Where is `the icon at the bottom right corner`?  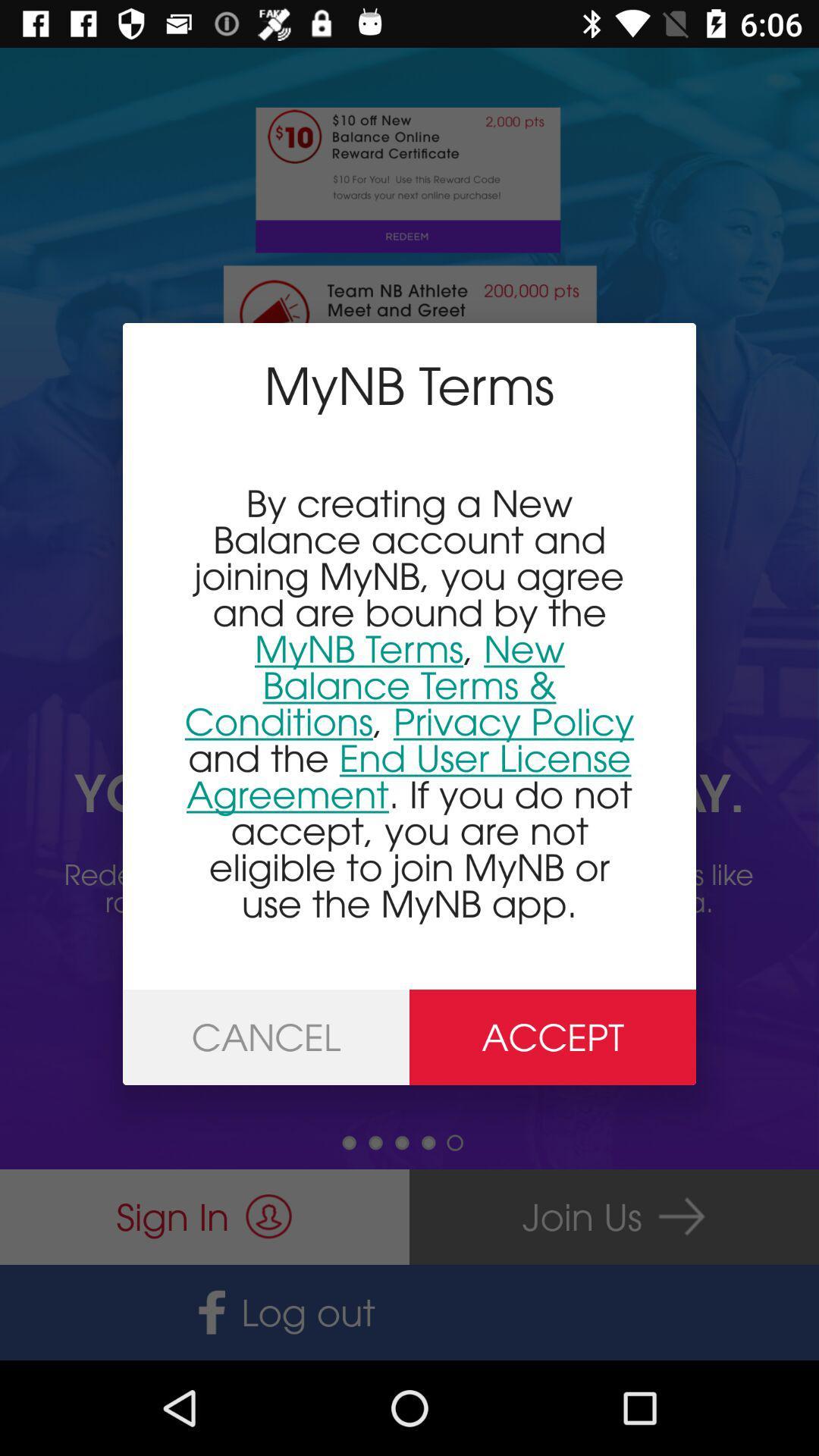 the icon at the bottom right corner is located at coordinates (553, 1037).